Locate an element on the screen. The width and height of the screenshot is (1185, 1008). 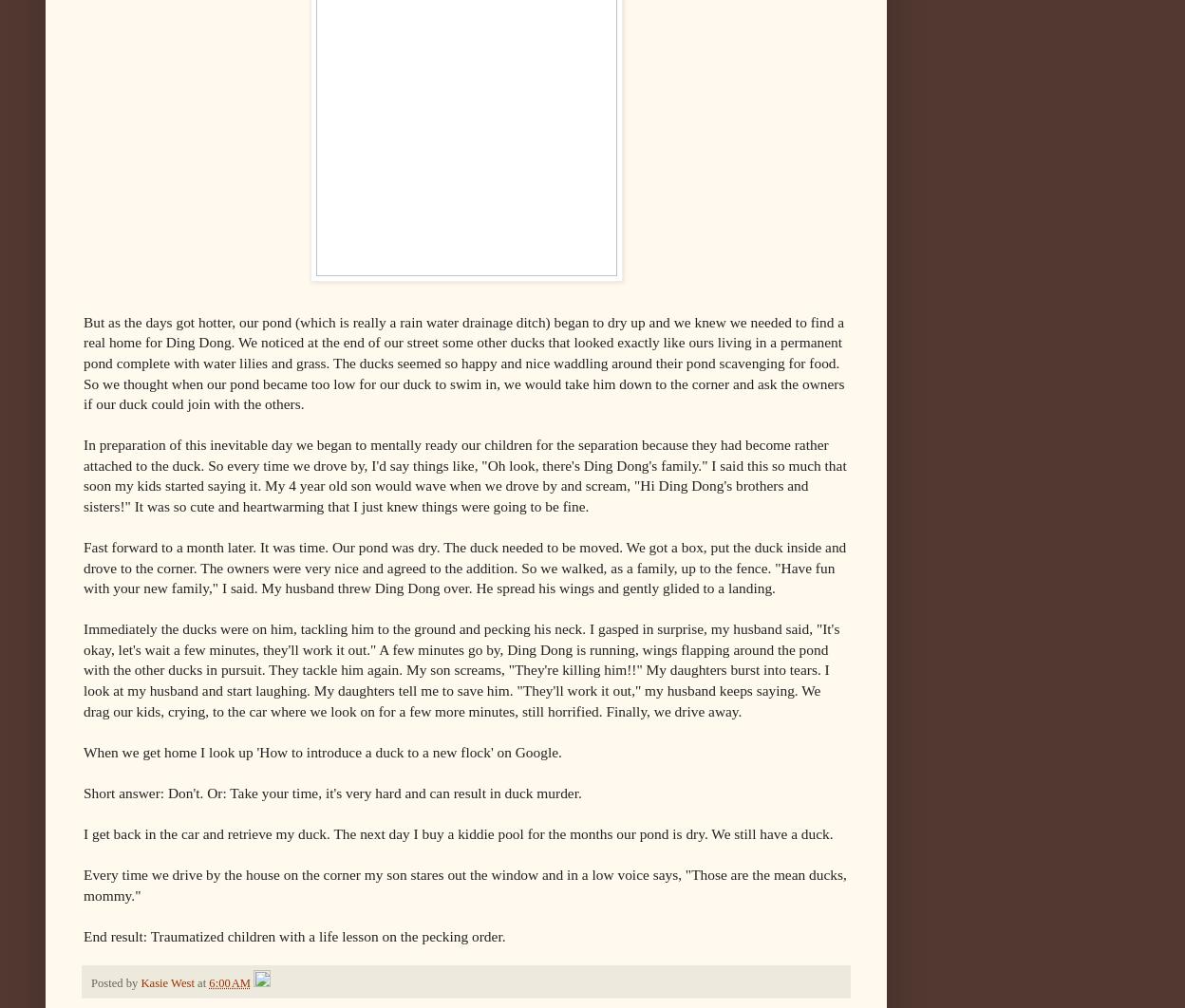
'I get back in the car and retrieve my duck.  The next day I buy a kiddie pool for the months our pond is dry.  We still have a duck.' is located at coordinates (457, 831).